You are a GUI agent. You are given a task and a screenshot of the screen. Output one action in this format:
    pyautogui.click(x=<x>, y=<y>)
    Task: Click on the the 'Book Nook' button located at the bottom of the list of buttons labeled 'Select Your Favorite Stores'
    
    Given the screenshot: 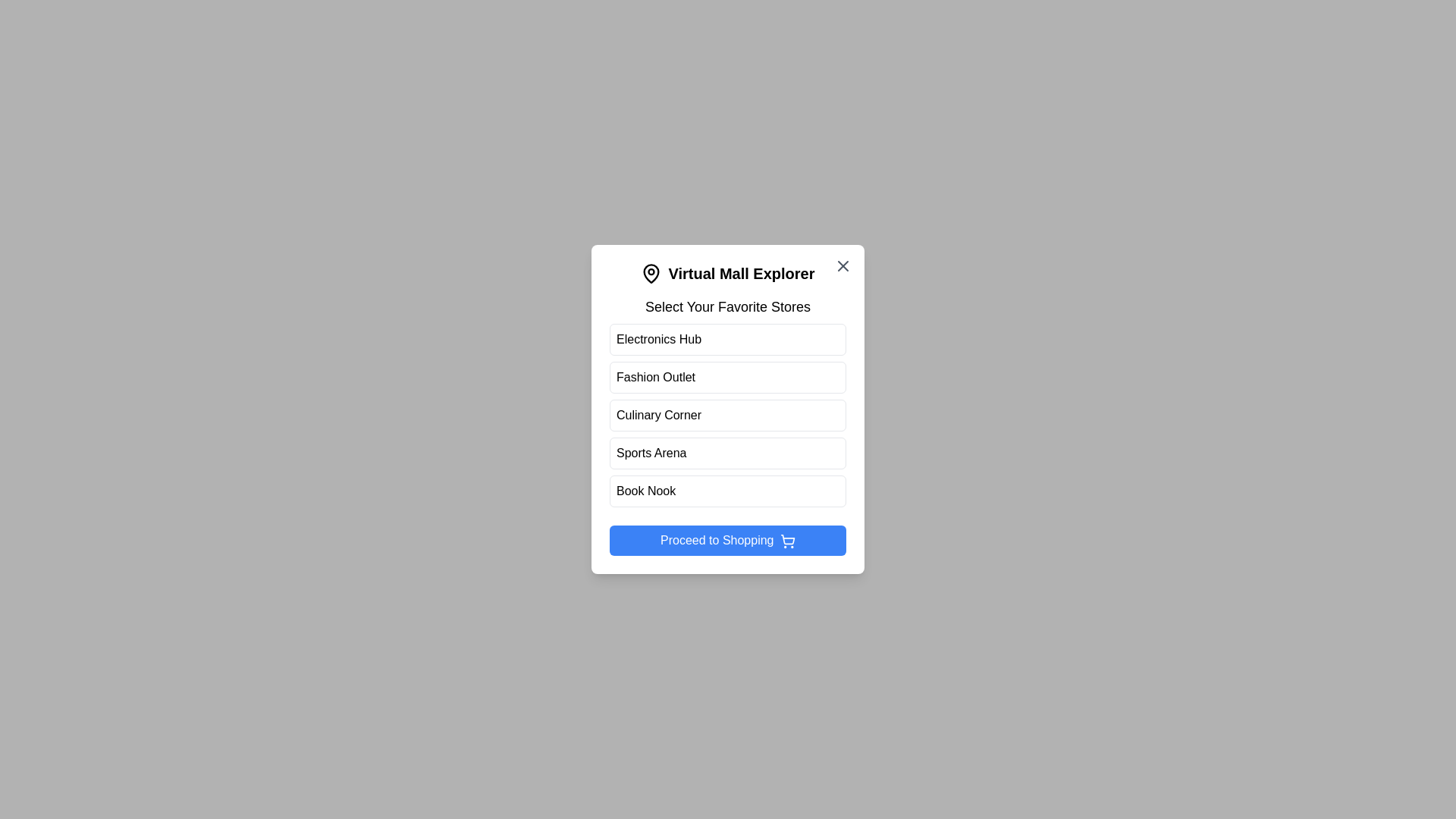 What is the action you would take?
    pyautogui.click(x=728, y=491)
    